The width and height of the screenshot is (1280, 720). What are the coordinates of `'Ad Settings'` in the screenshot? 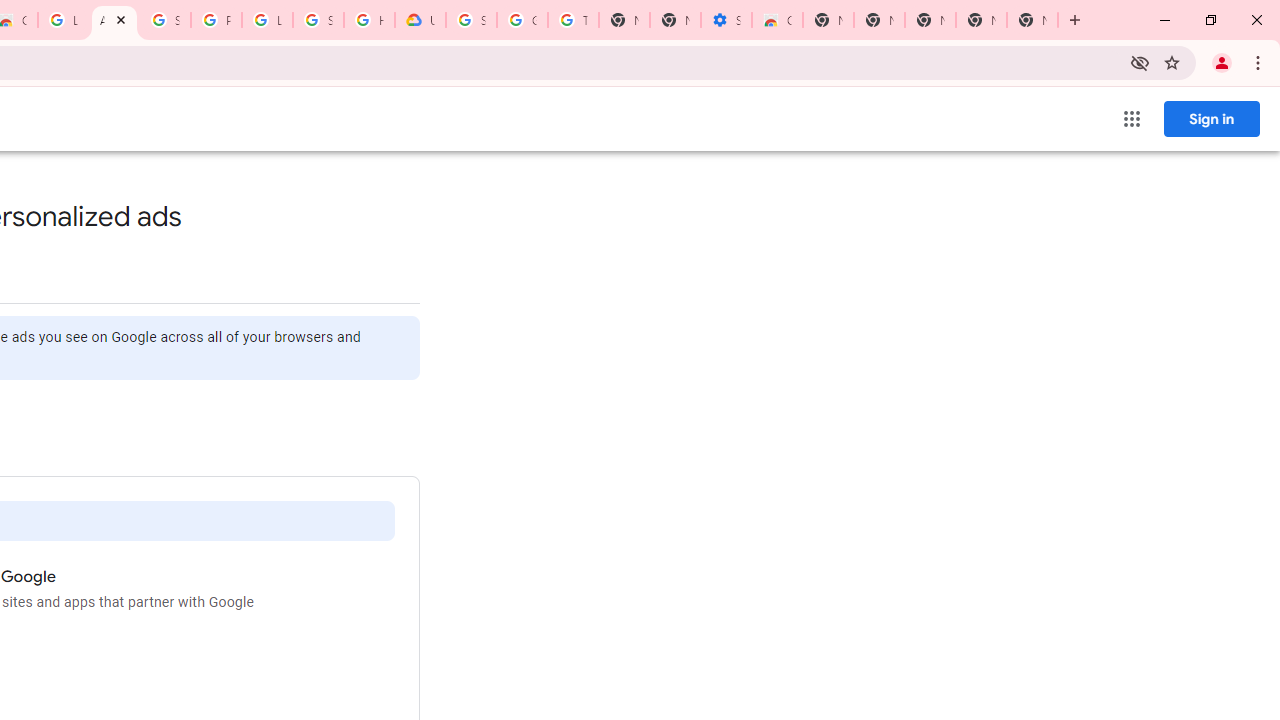 It's located at (112, 20).